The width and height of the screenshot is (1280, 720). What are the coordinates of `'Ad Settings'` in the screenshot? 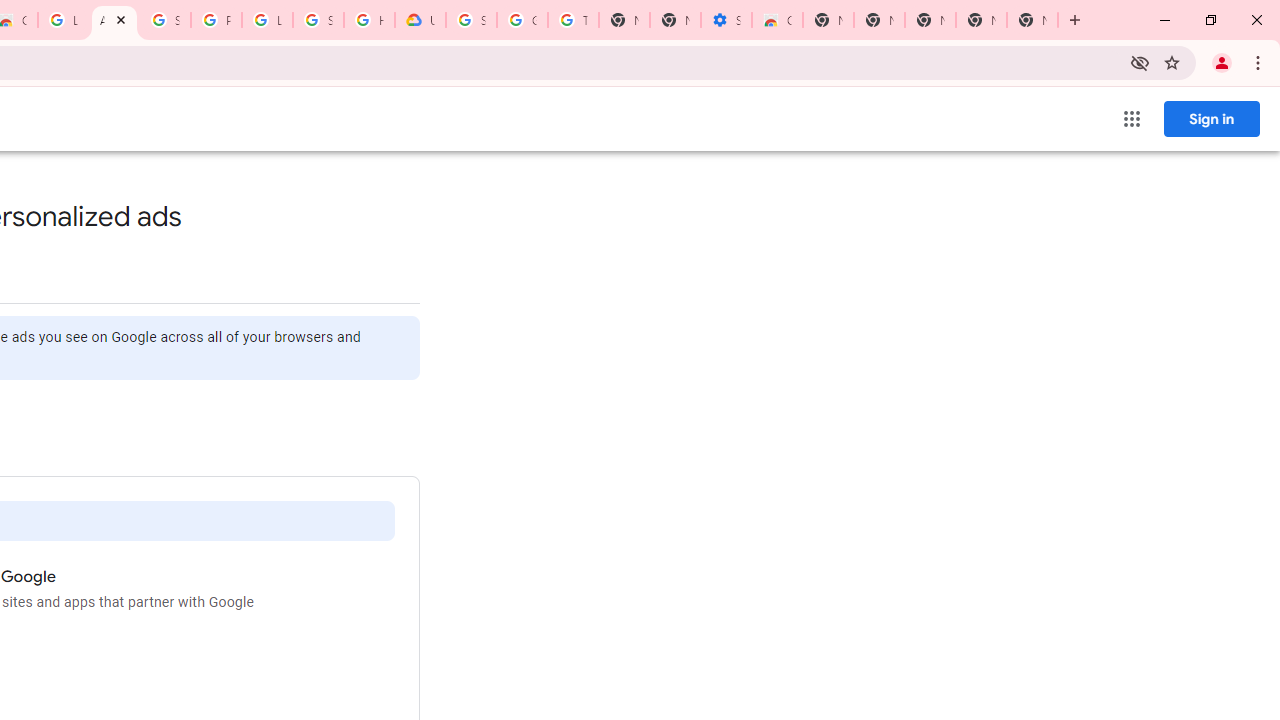 It's located at (112, 20).